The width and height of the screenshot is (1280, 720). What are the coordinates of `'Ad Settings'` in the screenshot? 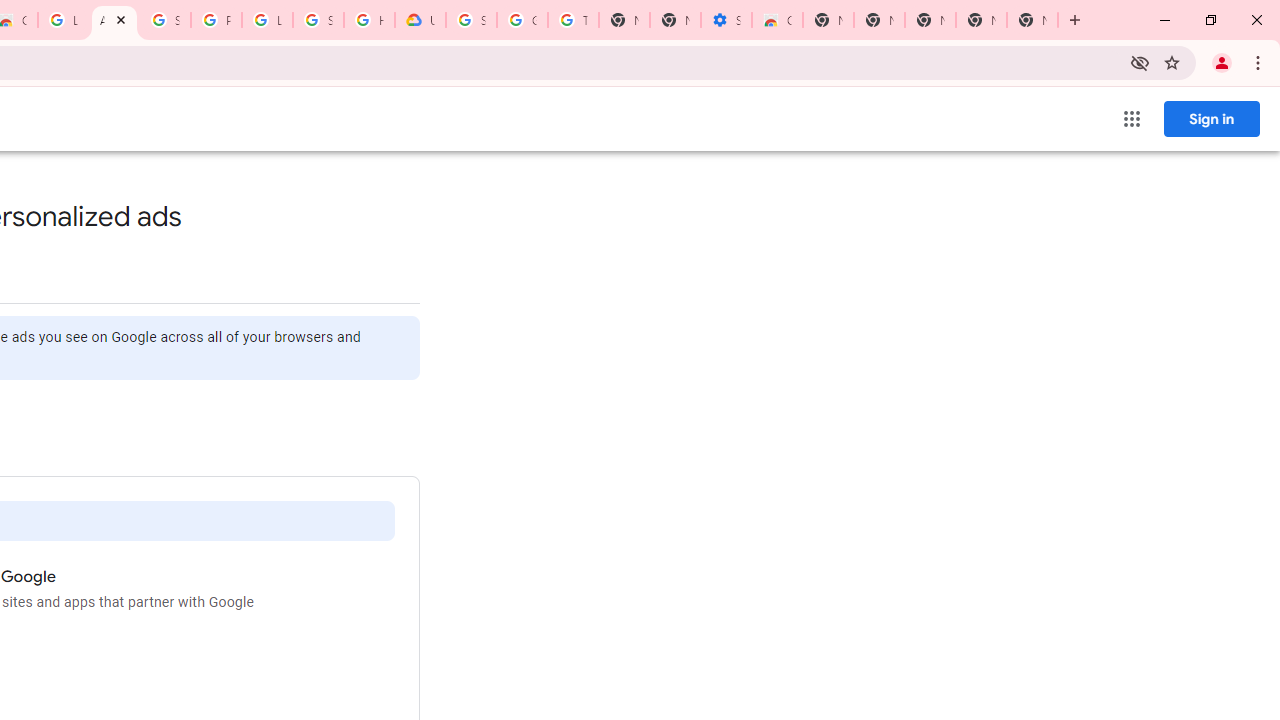 It's located at (112, 20).